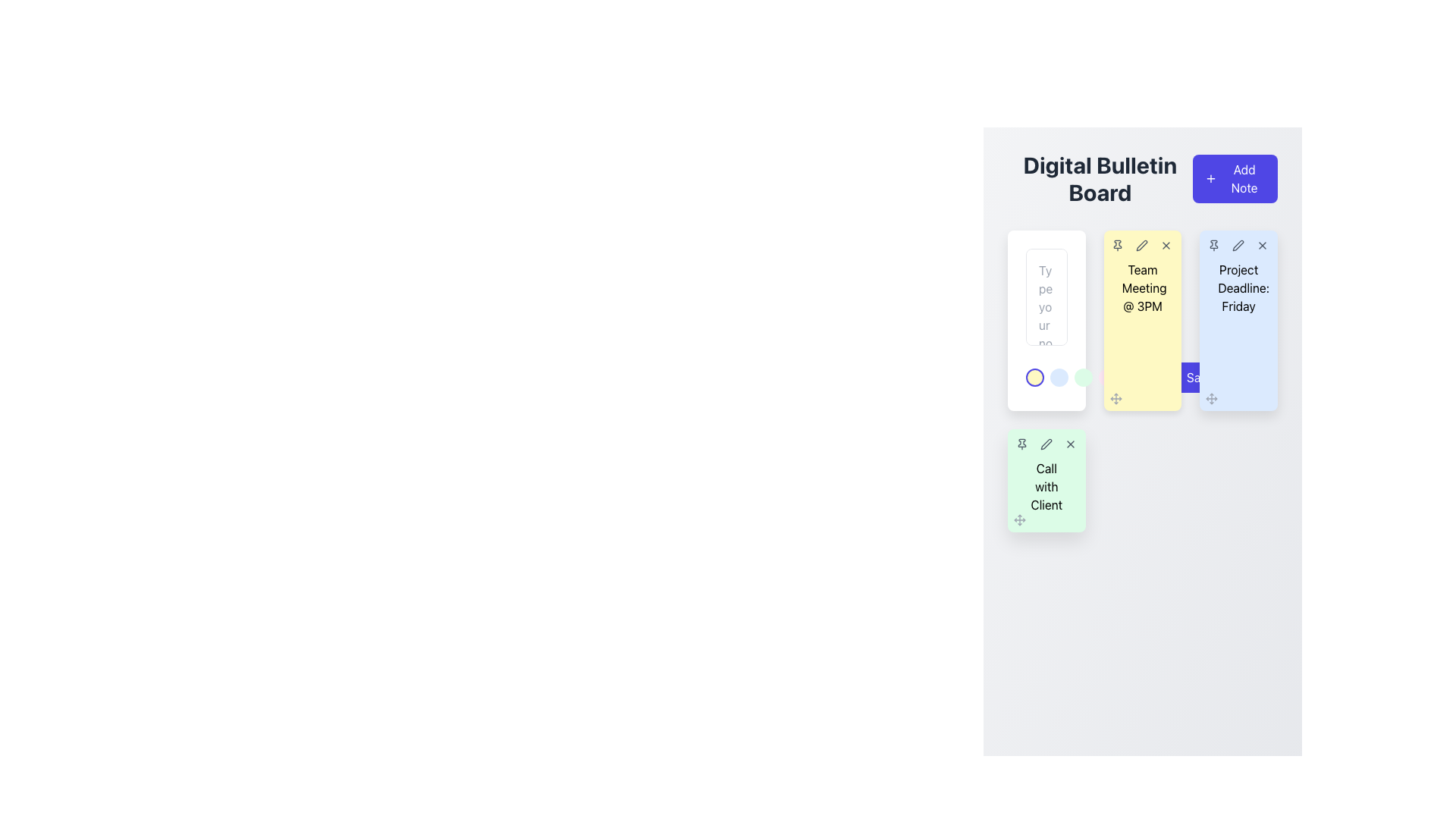 The height and width of the screenshot is (819, 1456). Describe the element at coordinates (1045, 444) in the screenshot. I see `the edit icon button resembling a pen located in the top-right corner of the light green card labeled 'Call with Client' to initiate editing` at that location.